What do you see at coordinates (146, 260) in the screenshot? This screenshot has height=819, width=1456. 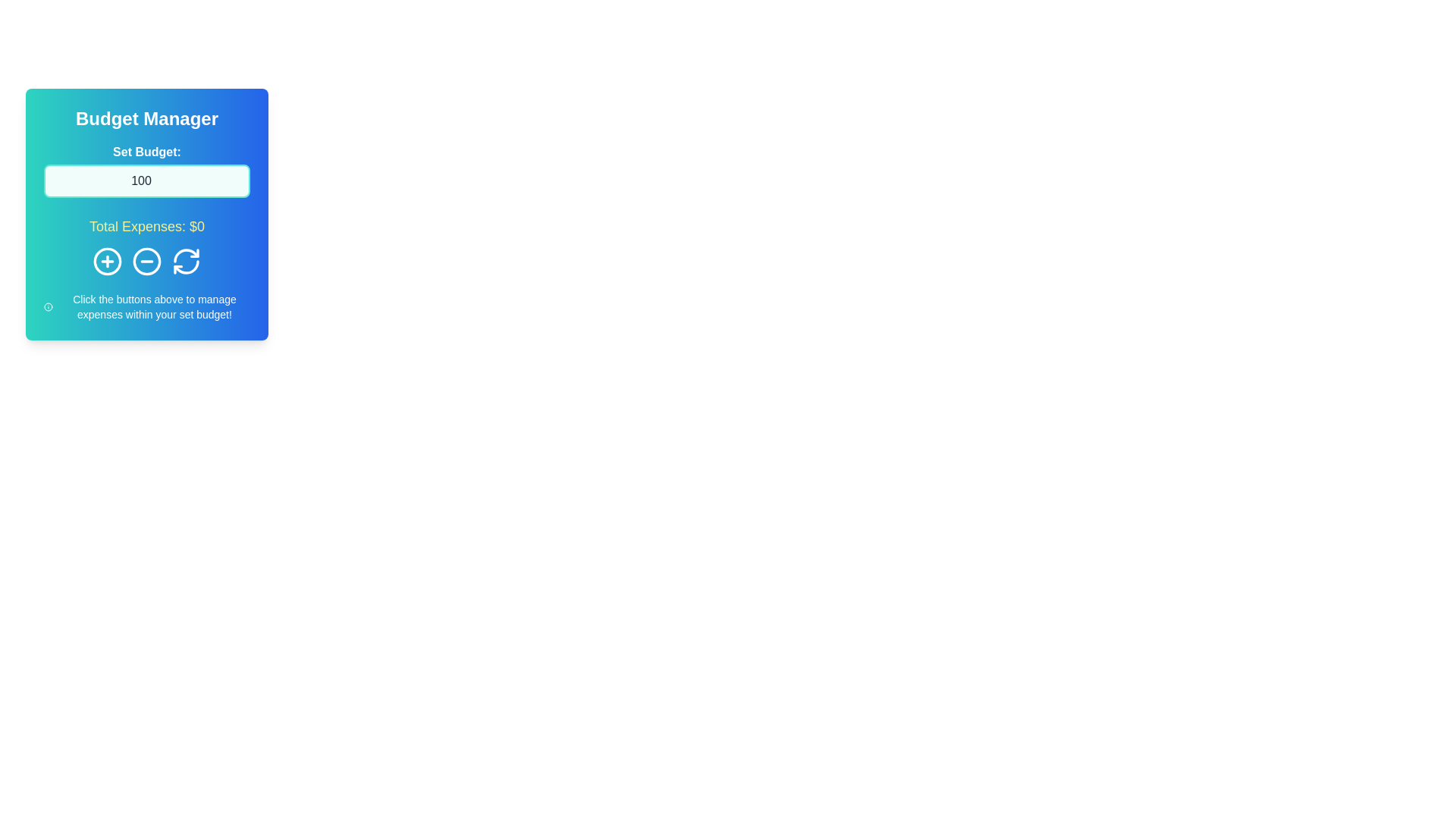 I see `the circular minus icon button located in the center of a row of three buttons beneath the 'Total Expenses' text to reduce a value` at bounding box center [146, 260].